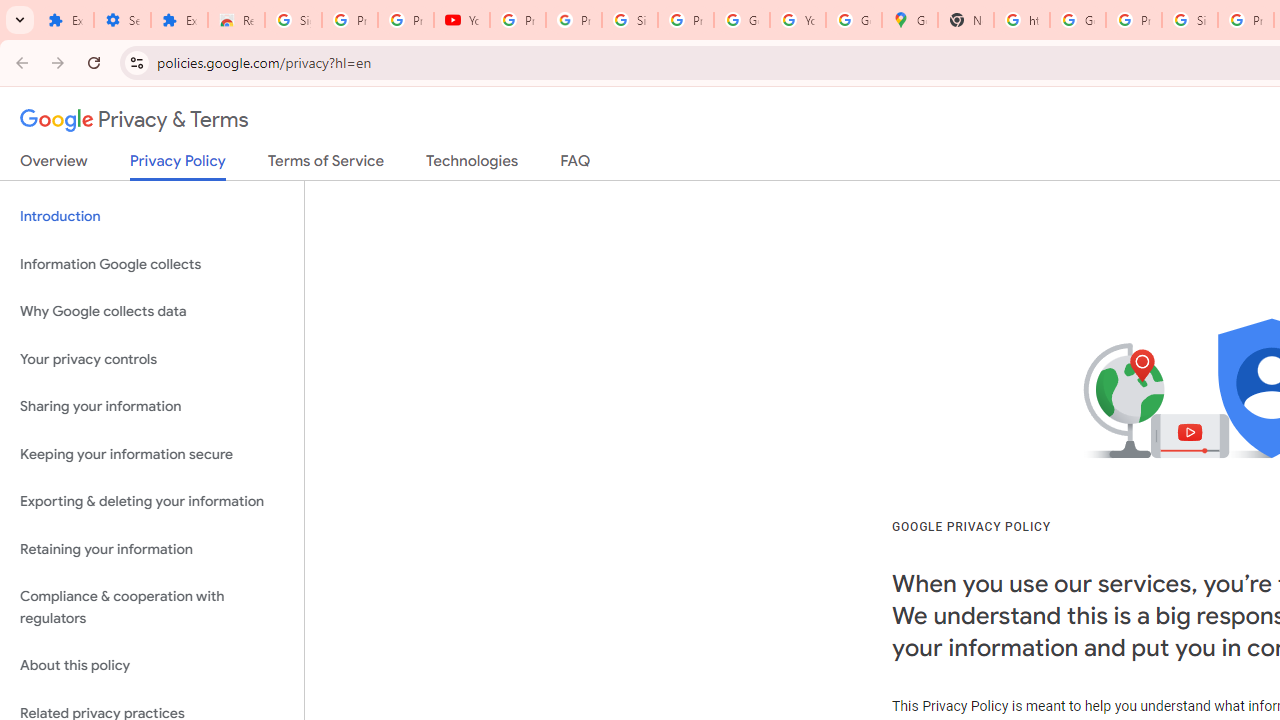 The width and height of the screenshot is (1280, 720). Describe the element at coordinates (151, 607) in the screenshot. I see `'Compliance & cooperation with regulators'` at that location.